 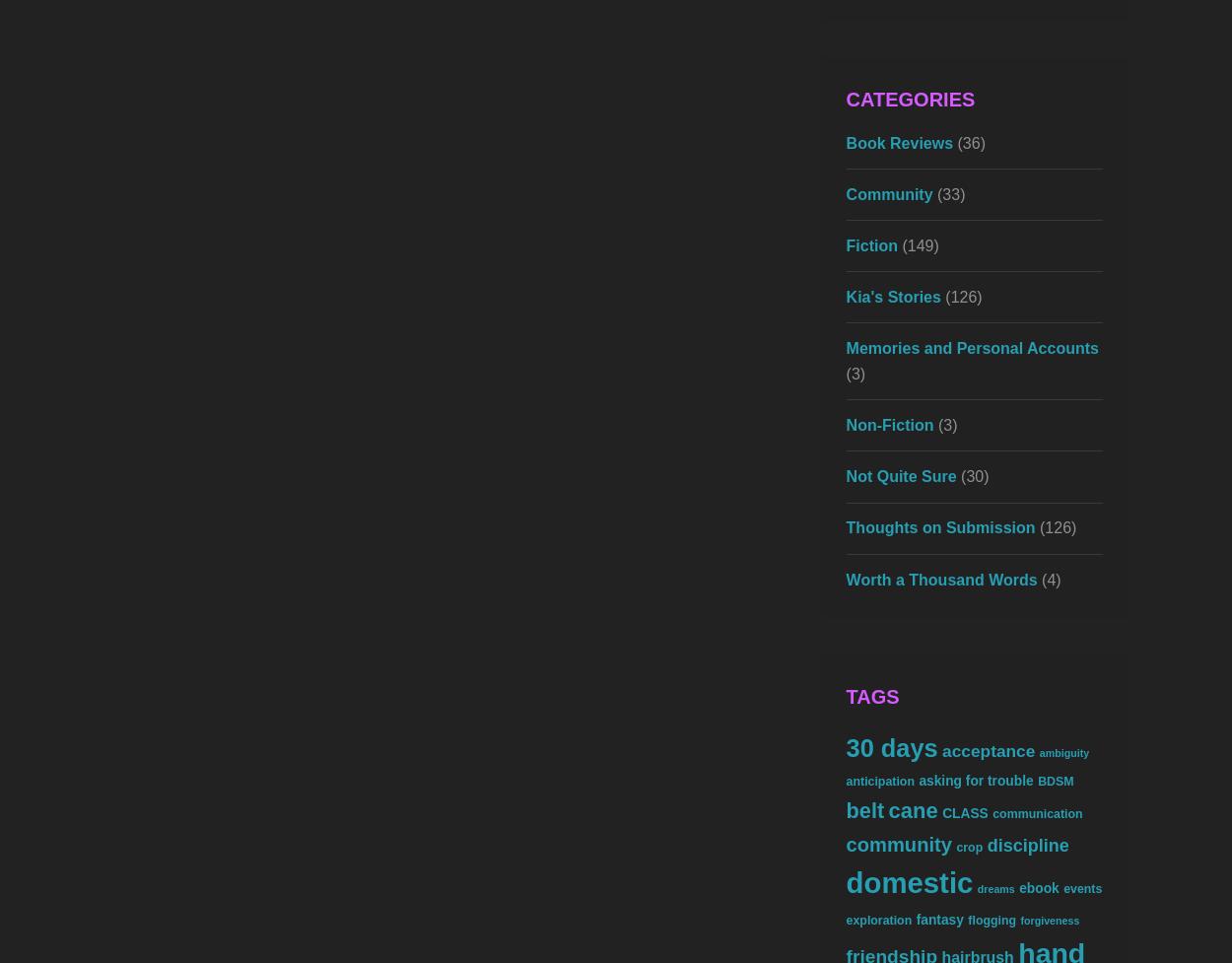 What do you see at coordinates (938, 918) in the screenshot?
I see `'fantasy'` at bounding box center [938, 918].